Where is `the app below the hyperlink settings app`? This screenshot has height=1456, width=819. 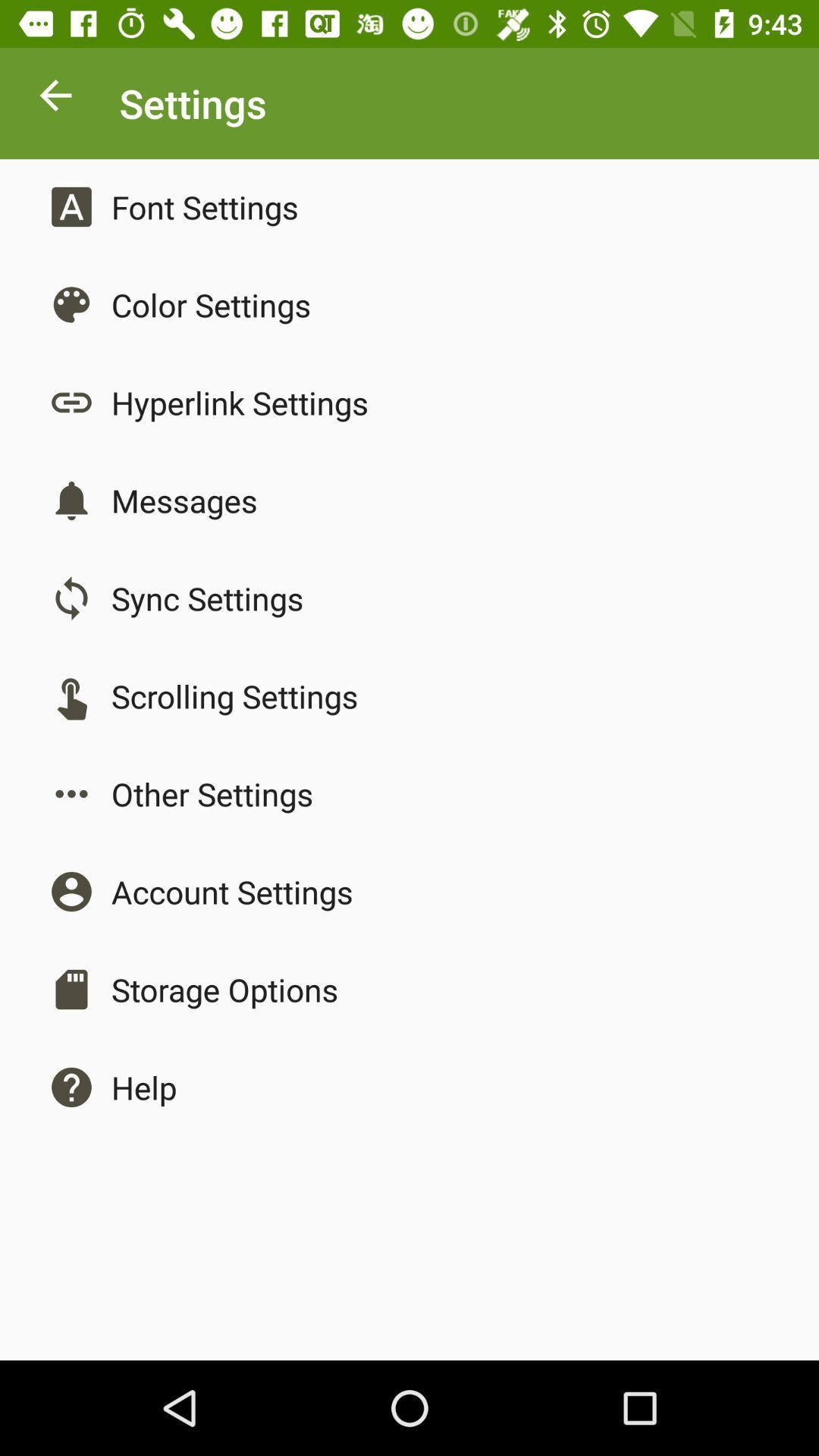
the app below the hyperlink settings app is located at coordinates (184, 500).